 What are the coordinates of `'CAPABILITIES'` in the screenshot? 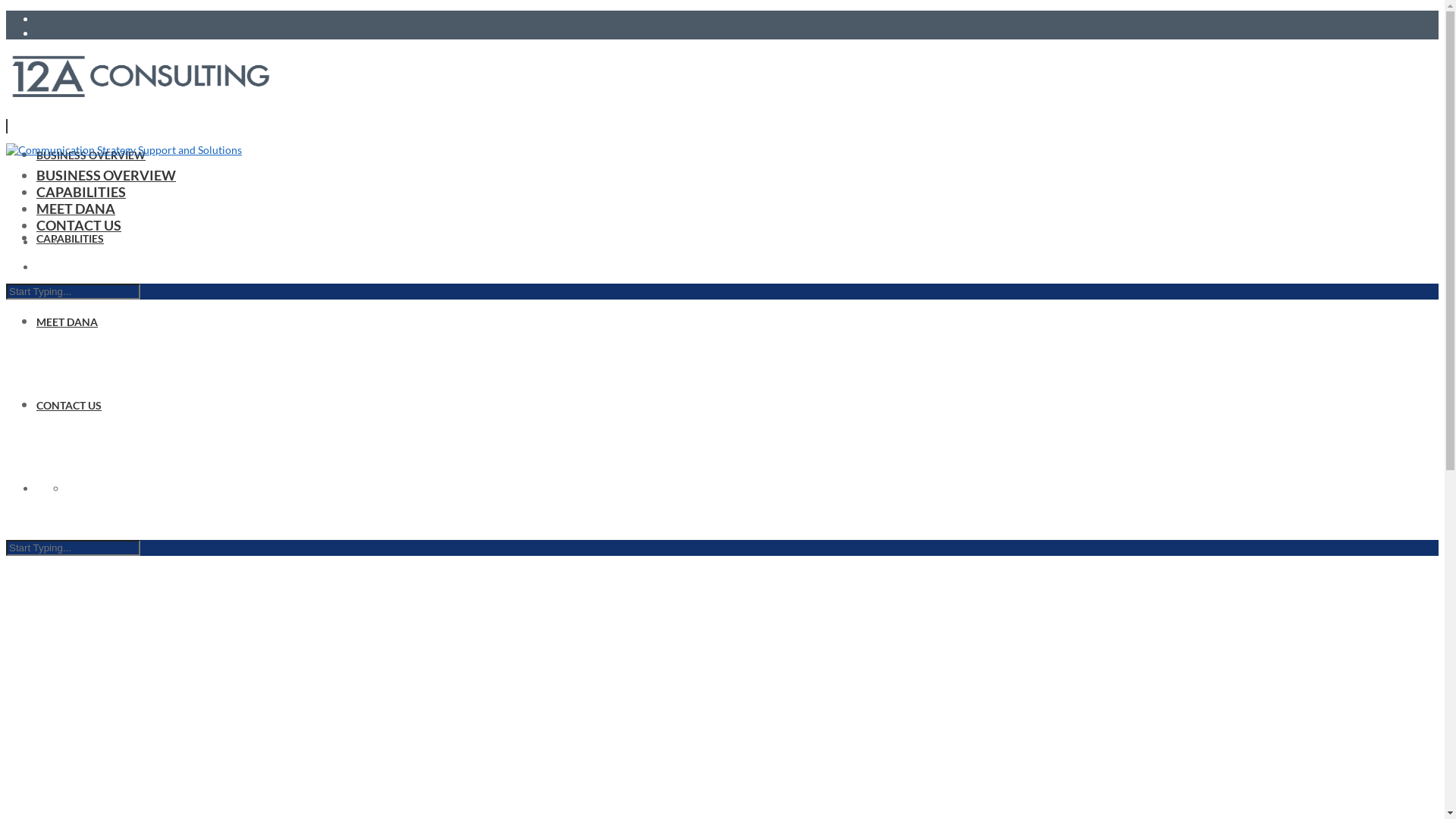 It's located at (69, 238).